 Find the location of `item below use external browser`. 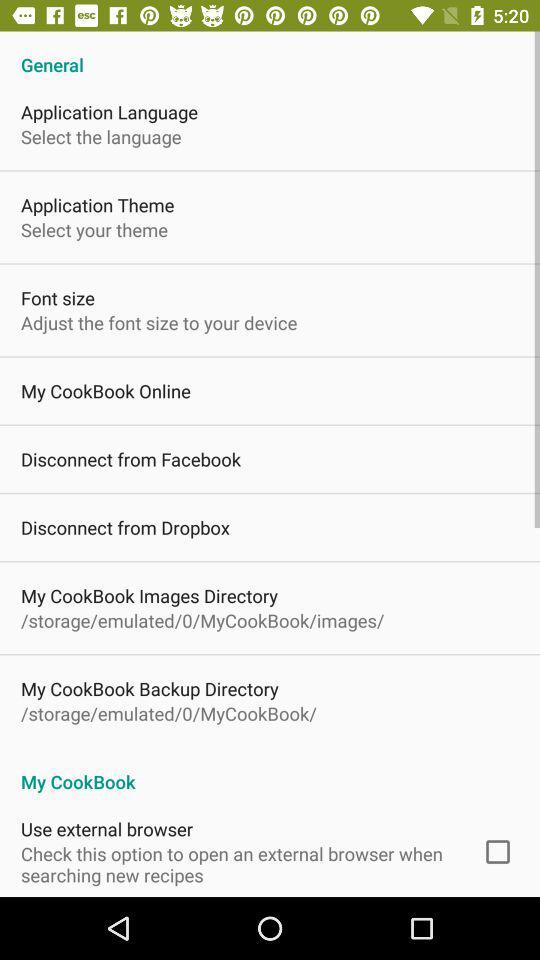

item below use external browser is located at coordinates (238, 863).